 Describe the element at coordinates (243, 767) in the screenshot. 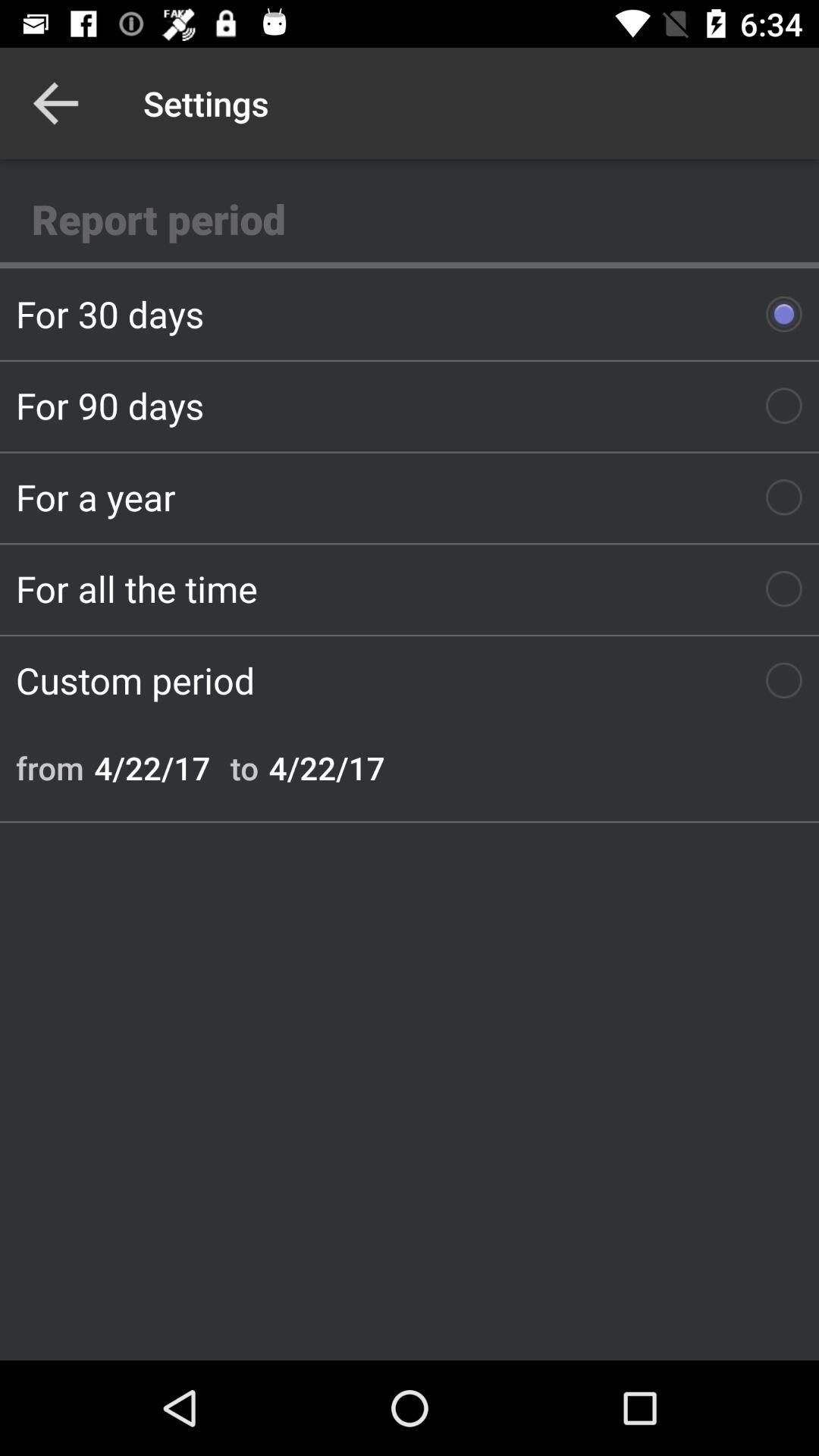

I see `icon next to the 4/22/17 item` at that location.